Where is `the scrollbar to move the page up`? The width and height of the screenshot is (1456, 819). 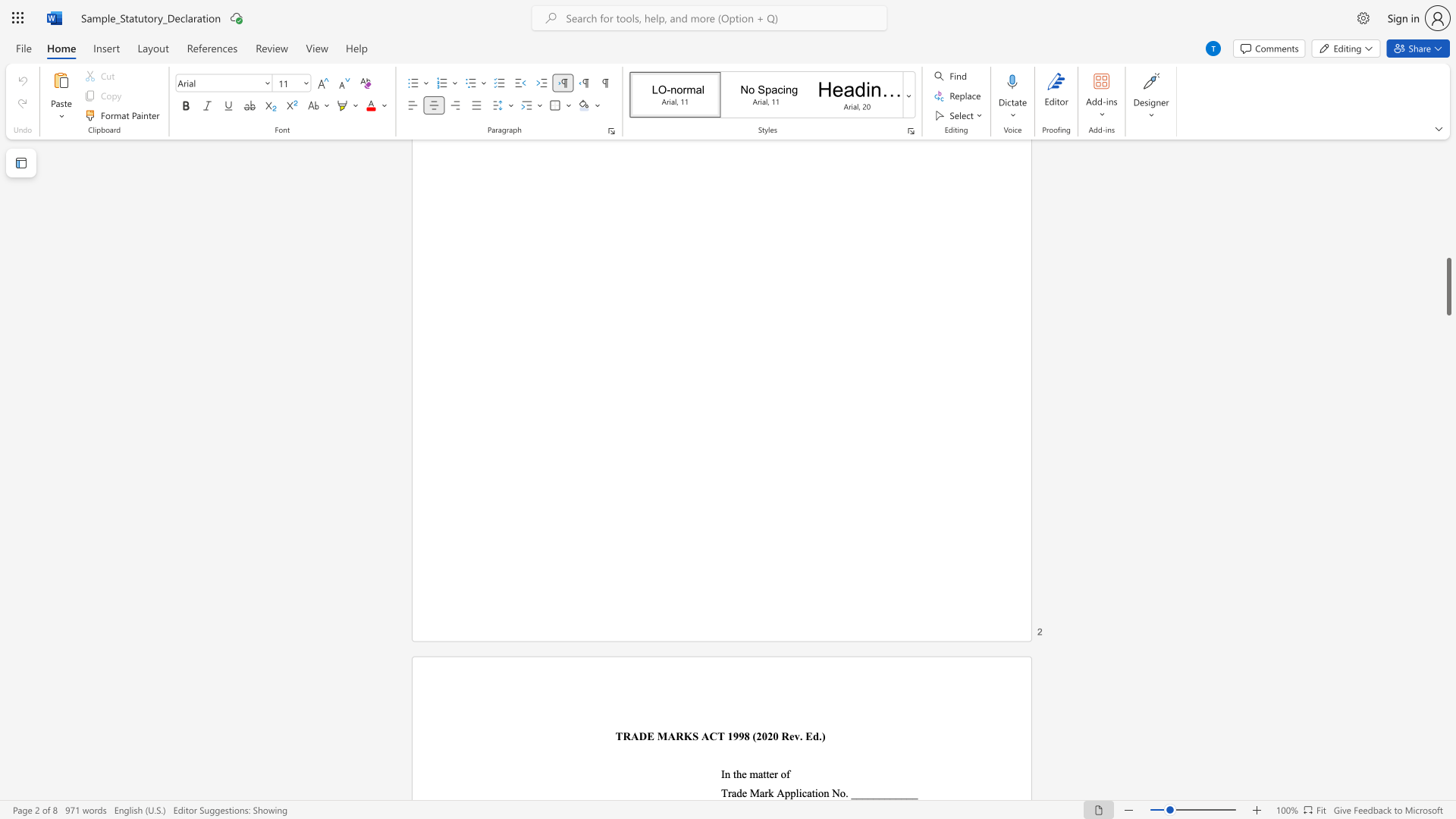 the scrollbar to move the page up is located at coordinates (1448, 196).